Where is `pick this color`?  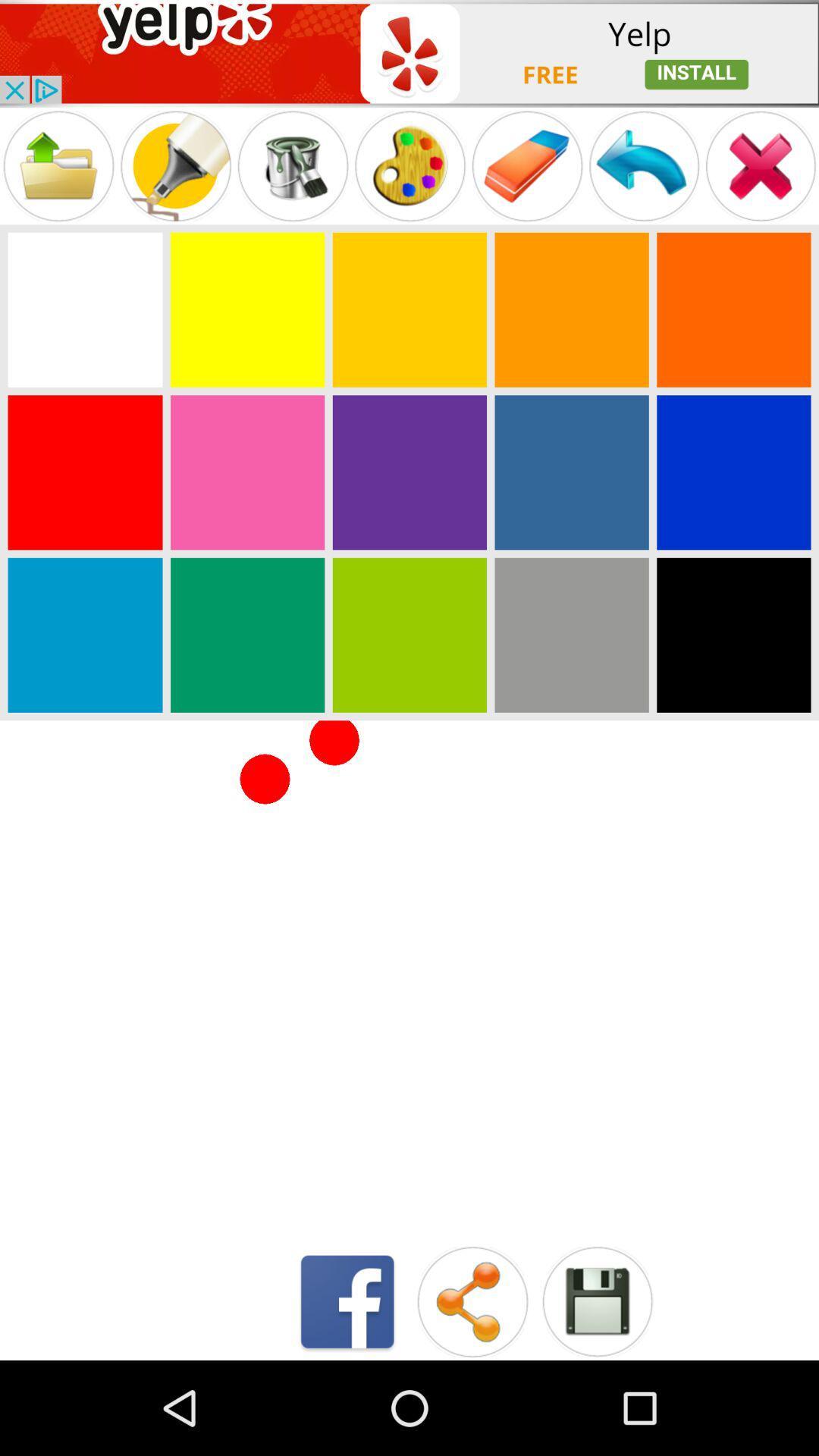 pick this color is located at coordinates (733, 309).